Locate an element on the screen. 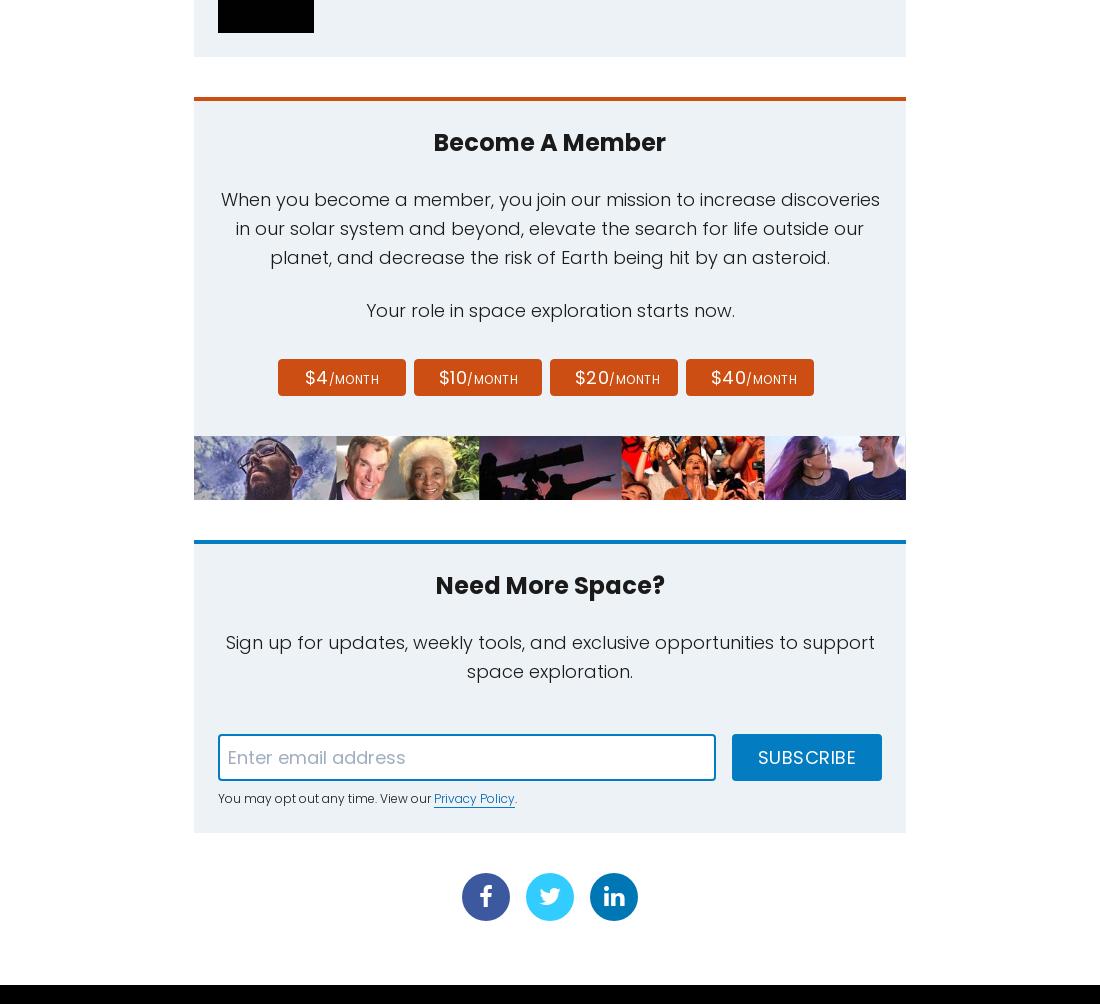 Image resolution: width=1100 pixels, height=1004 pixels. 'Need More Space?' is located at coordinates (549, 584).